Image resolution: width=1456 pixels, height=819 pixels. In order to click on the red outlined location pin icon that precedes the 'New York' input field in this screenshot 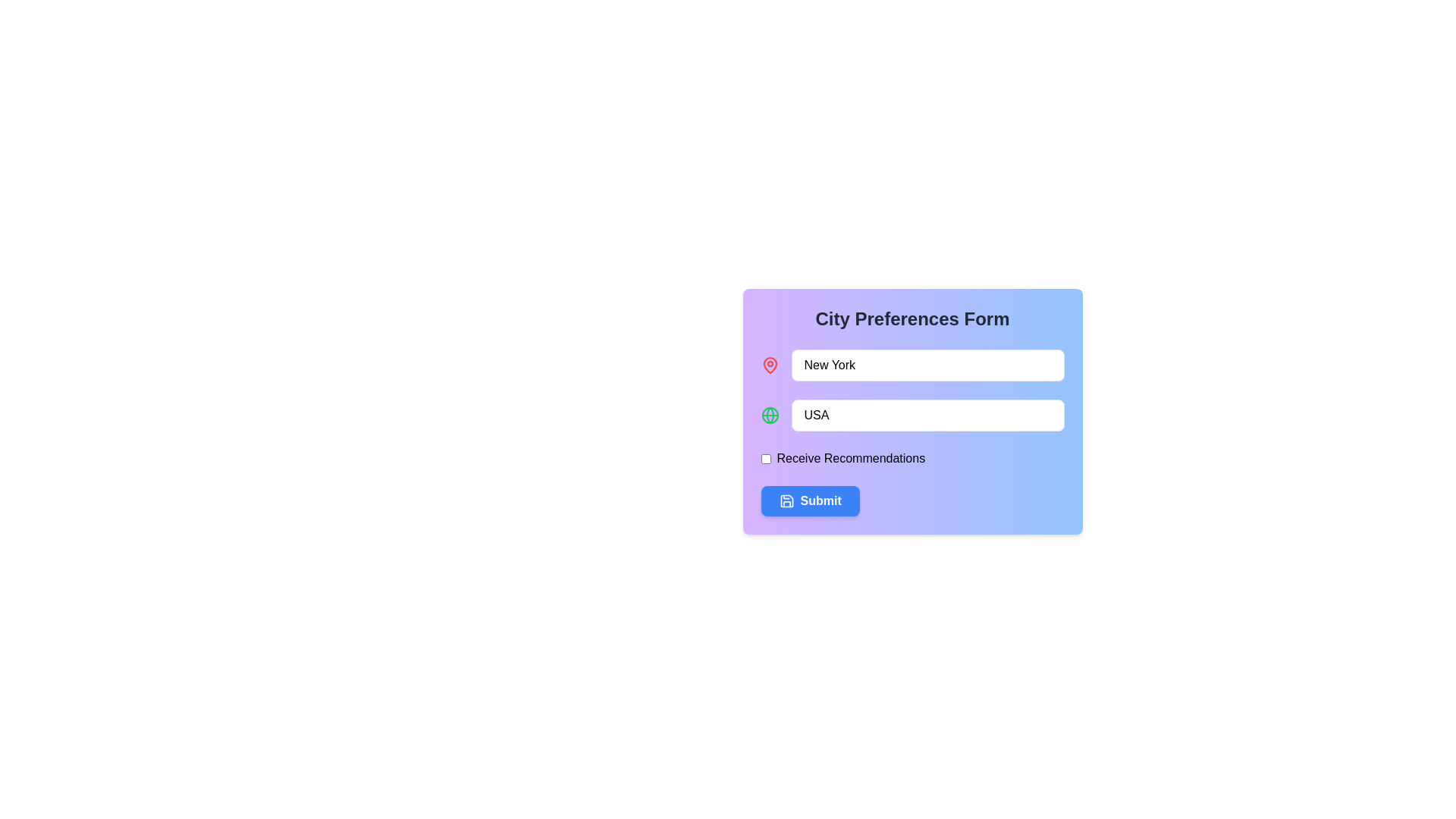, I will do `click(770, 366)`.